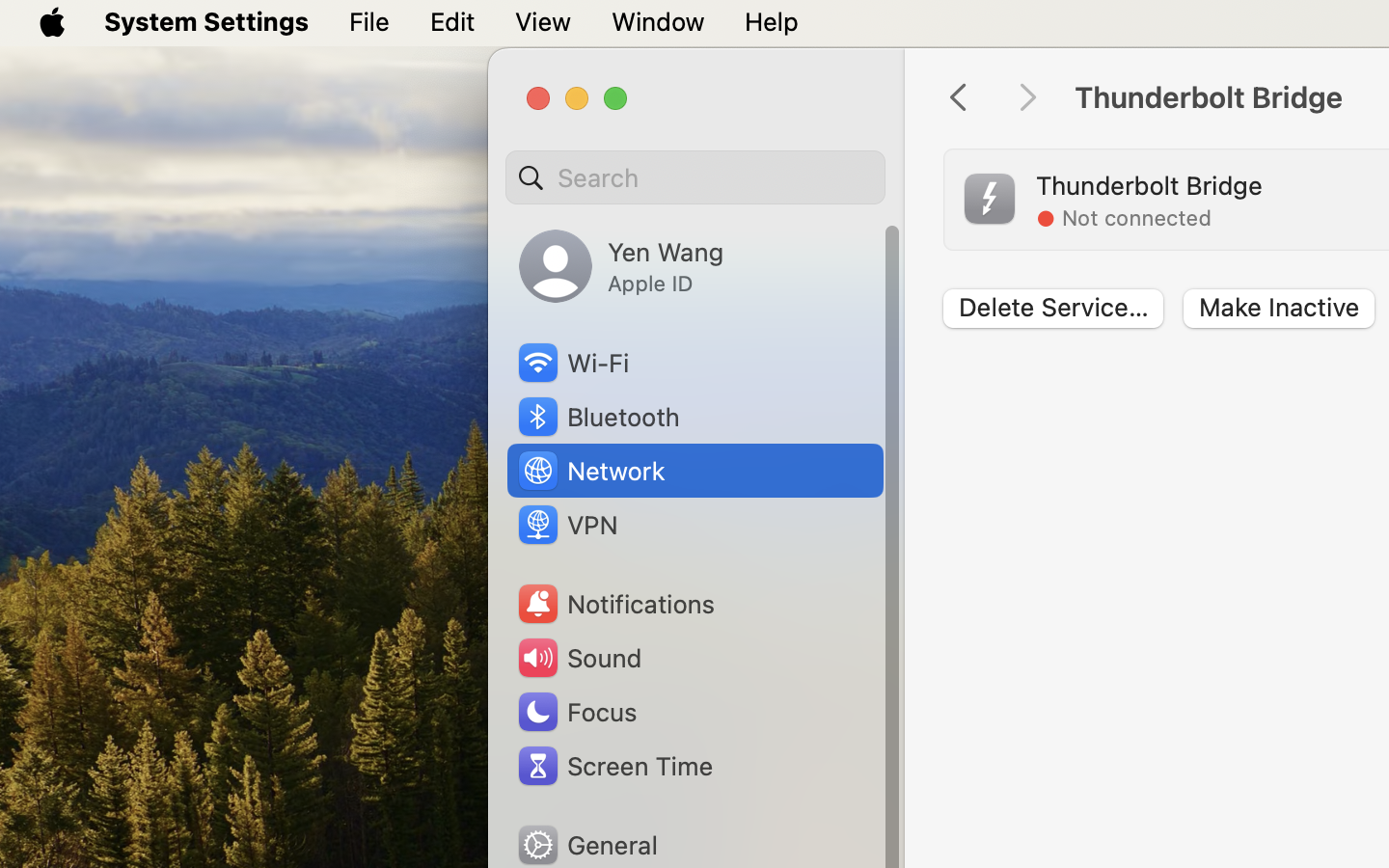 This screenshot has width=1389, height=868. Describe the element at coordinates (585, 844) in the screenshot. I see `'General'` at that location.